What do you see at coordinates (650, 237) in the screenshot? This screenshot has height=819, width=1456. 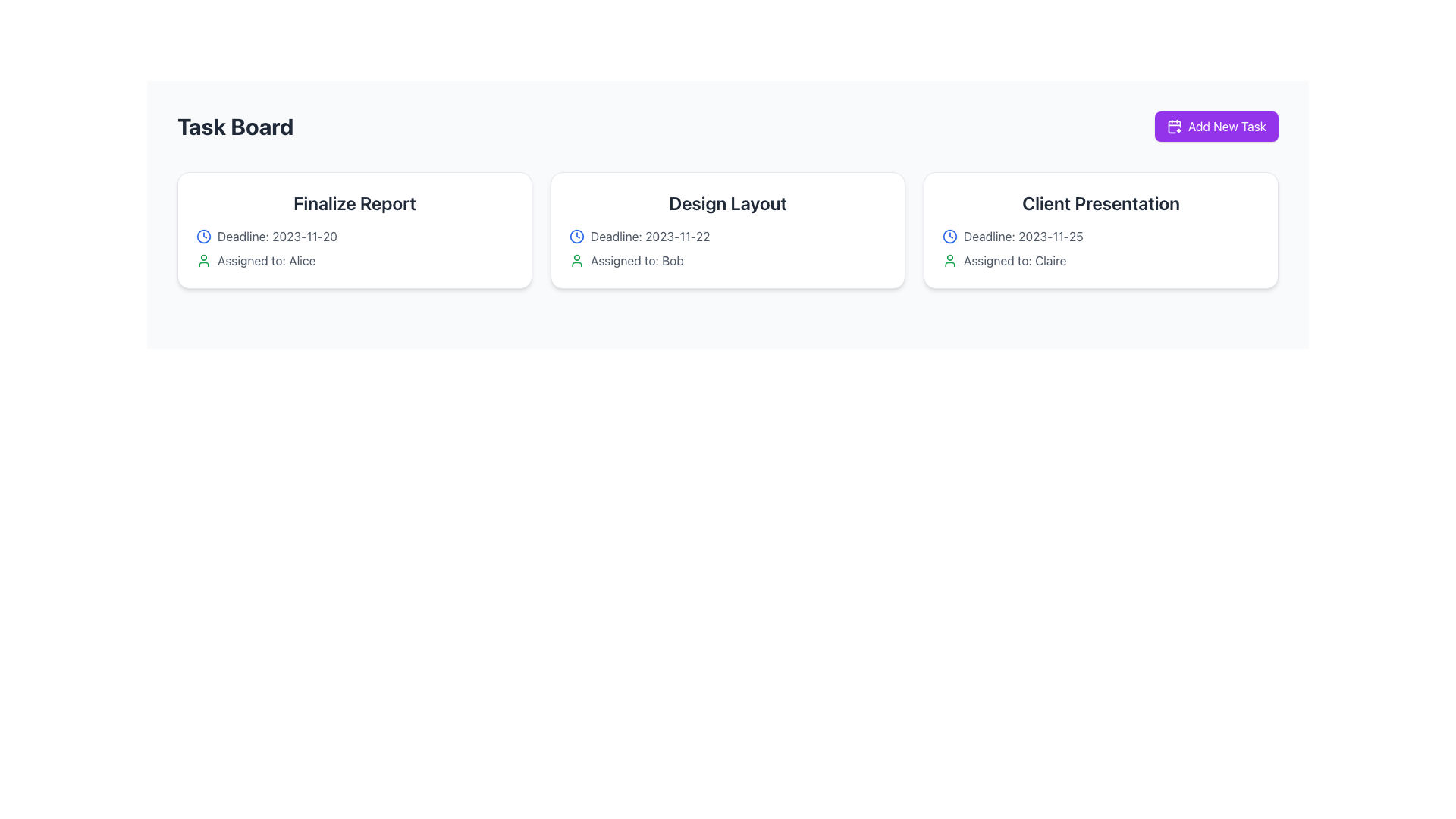 I see `the text label indicating the deadline for the 'Design Layout' task, located at the top-left corner of the 'Design Layout' card, adjacent to the blue clock icon and above the text 'Assigned to: Bob'` at bounding box center [650, 237].